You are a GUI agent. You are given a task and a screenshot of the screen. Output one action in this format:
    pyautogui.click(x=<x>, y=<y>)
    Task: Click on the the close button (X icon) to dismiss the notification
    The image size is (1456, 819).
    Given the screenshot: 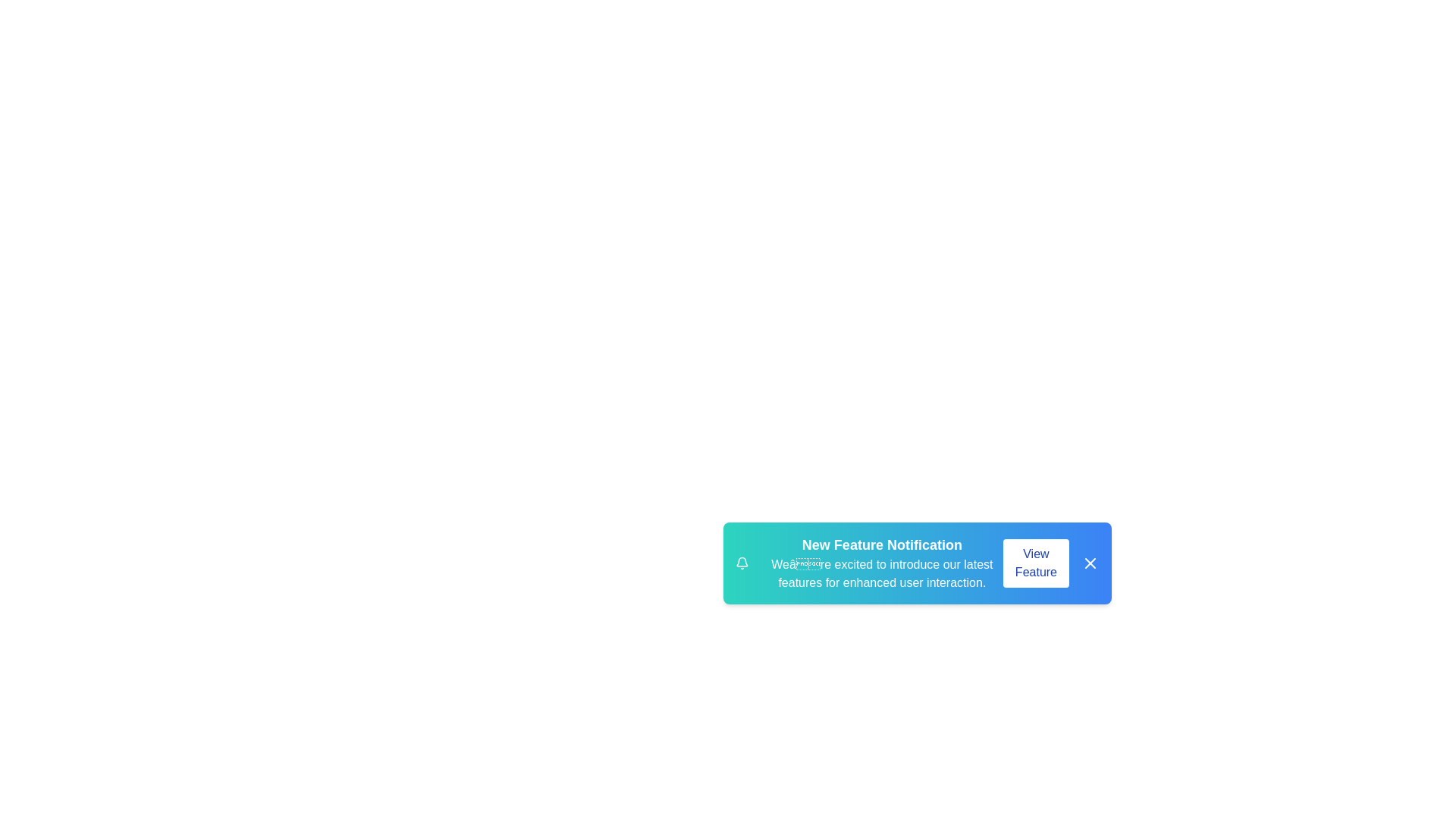 What is the action you would take?
    pyautogui.click(x=1090, y=563)
    